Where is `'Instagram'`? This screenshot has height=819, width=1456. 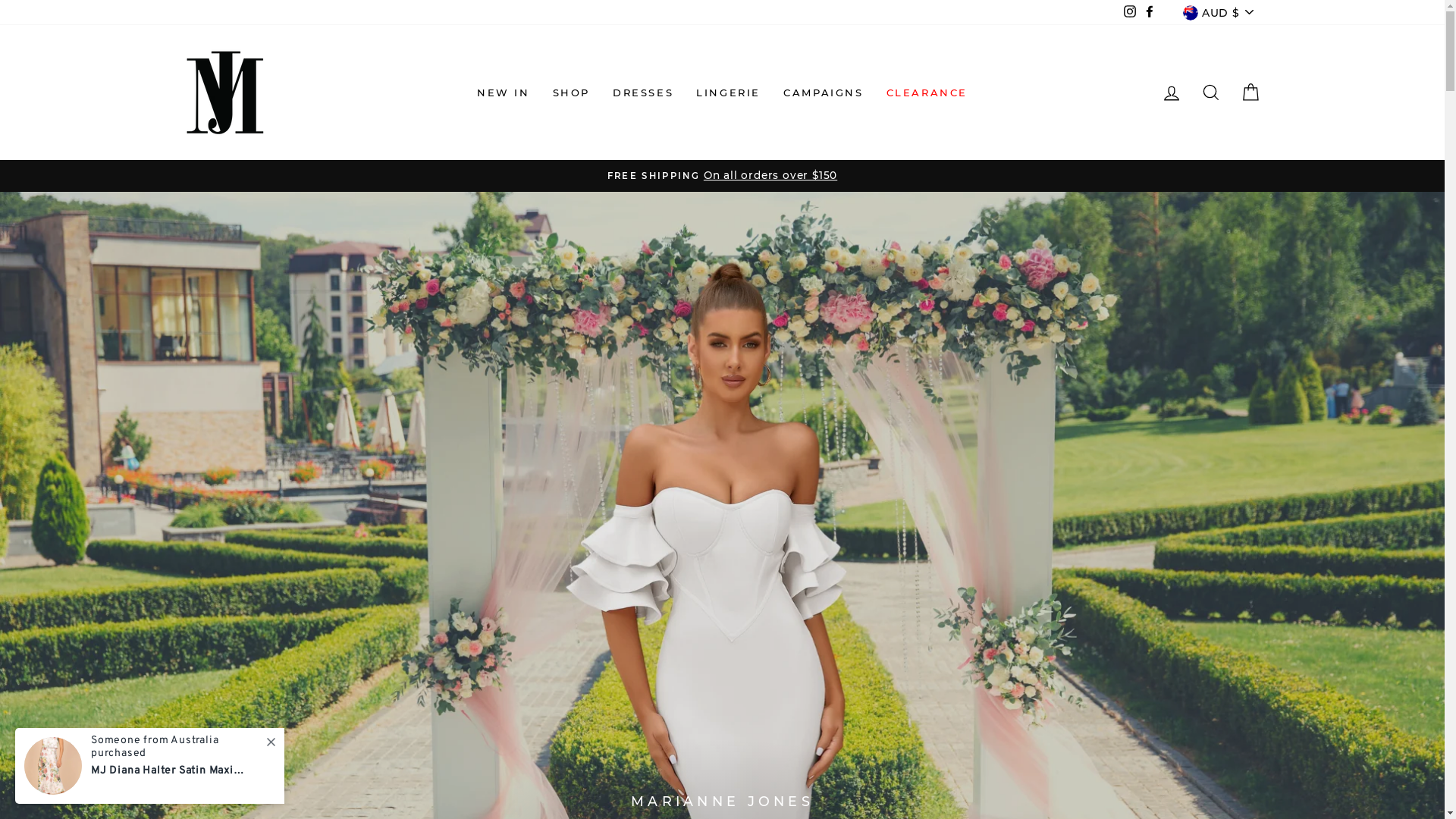 'Instagram' is located at coordinates (1129, 12).